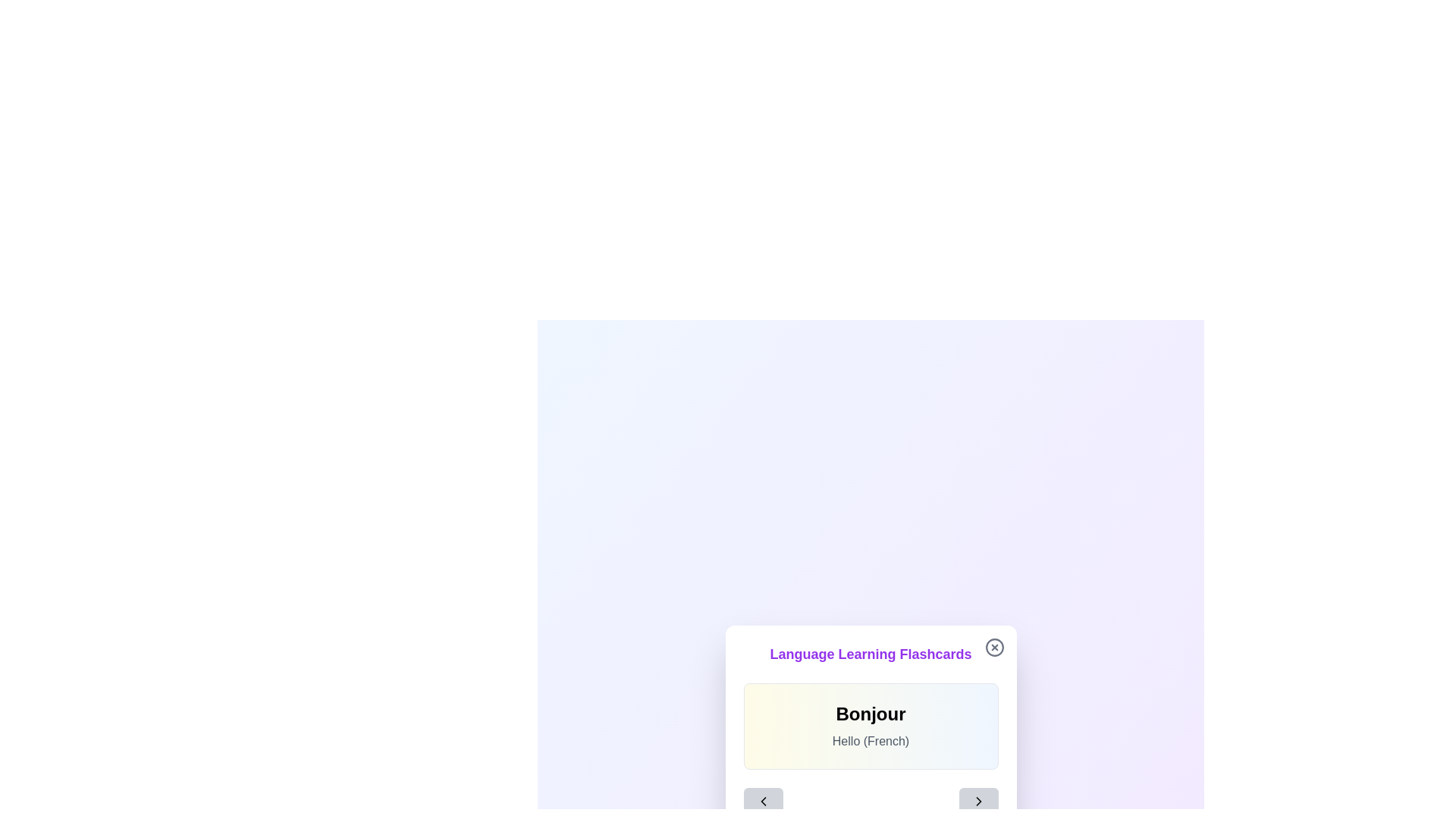  Describe the element at coordinates (871, 800) in the screenshot. I see `the navigation buttons in the horizontal layout of the Navigation control located below the 'Language Learning Flashcards' interface` at that location.